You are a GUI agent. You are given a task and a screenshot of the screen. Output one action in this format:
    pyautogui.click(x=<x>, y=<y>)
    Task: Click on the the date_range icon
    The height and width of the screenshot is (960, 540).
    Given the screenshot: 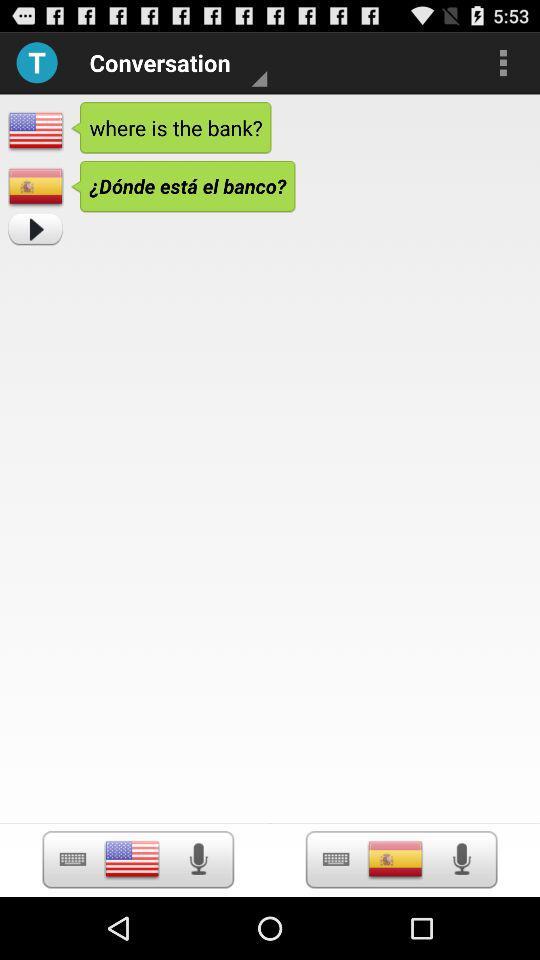 What is the action you would take?
    pyautogui.click(x=336, y=920)
    